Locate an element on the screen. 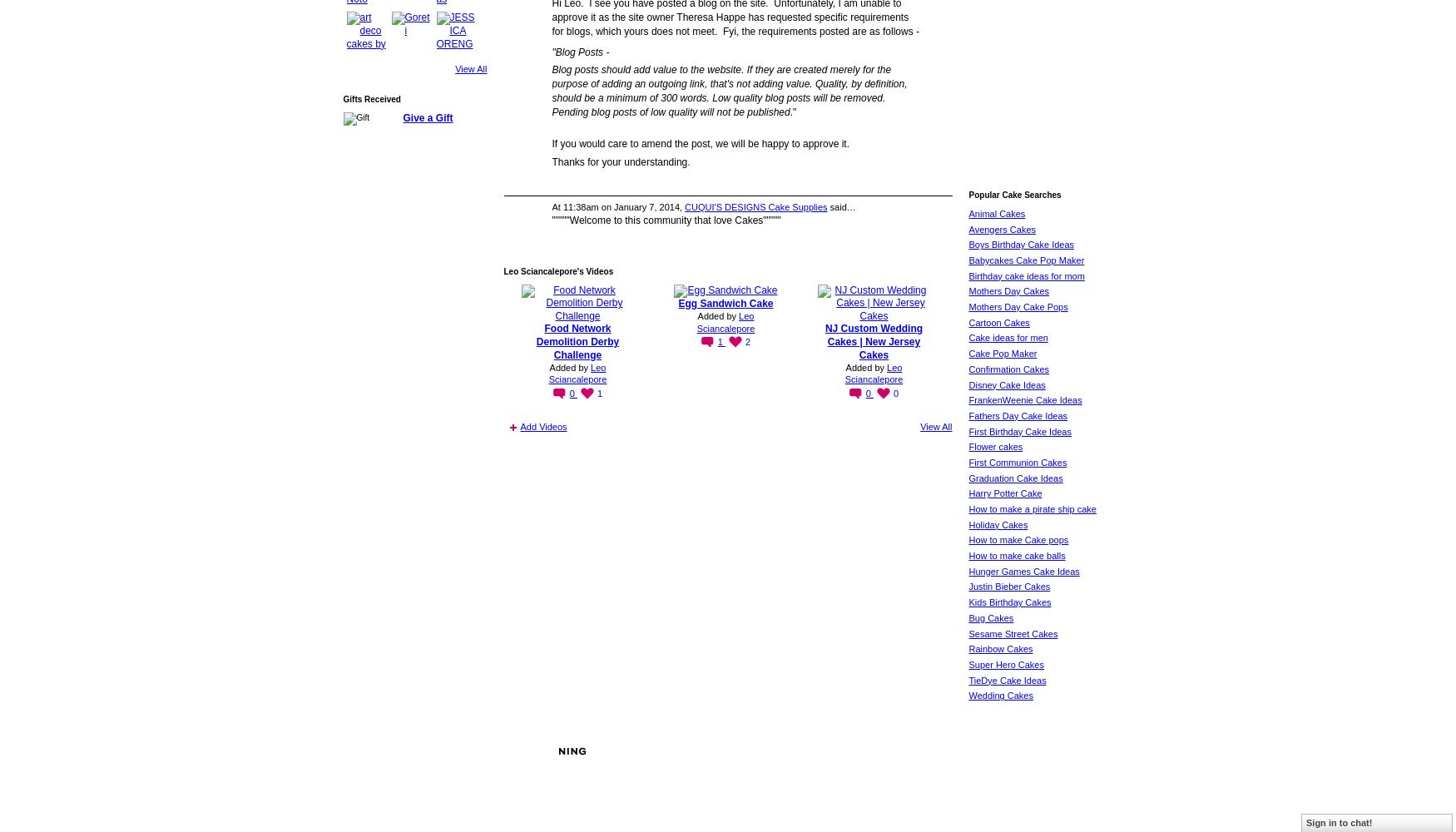 The image size is (1456, 832). 'Popular Cake Searches' is located at coordinates (1014, 193).